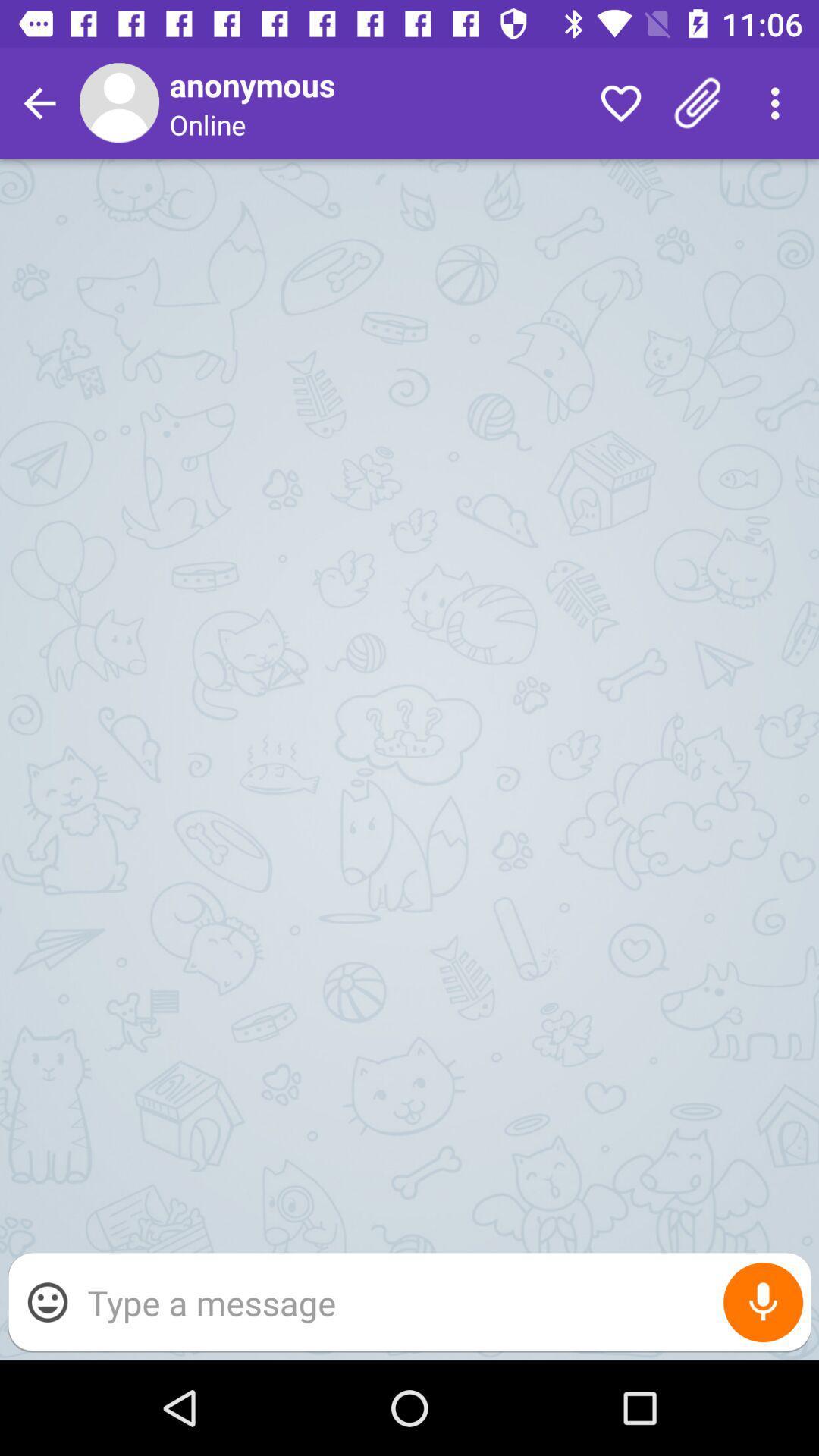 The height and width of the screenshot is (1456, 819). I want to click on the icon at the bottom left corner, so click(46, 1301).